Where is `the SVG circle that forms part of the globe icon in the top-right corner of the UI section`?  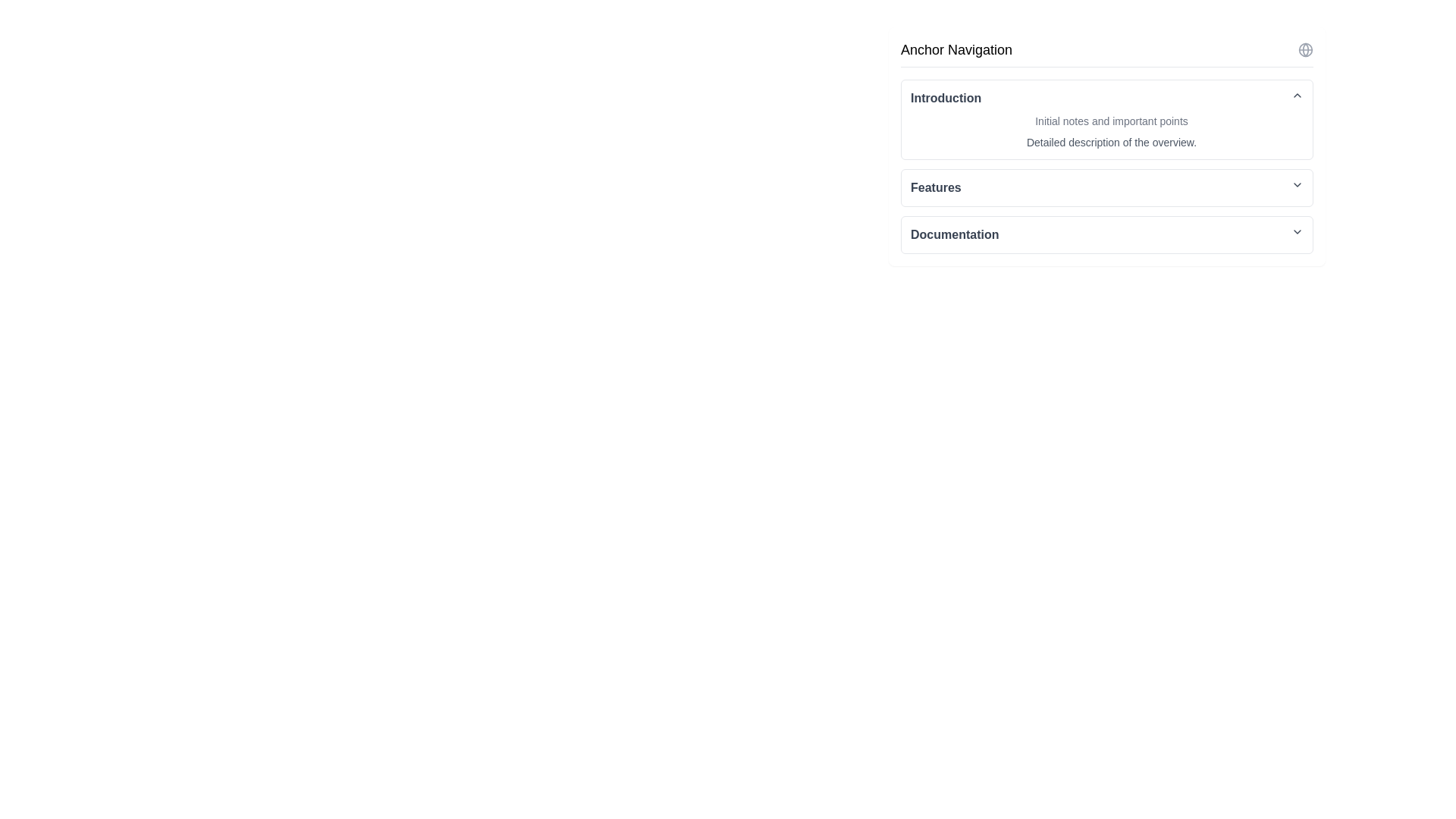 the SVG circle that forms part of the globe icon in the top-right corner of the UI section is located at coordinates (1305, 49).